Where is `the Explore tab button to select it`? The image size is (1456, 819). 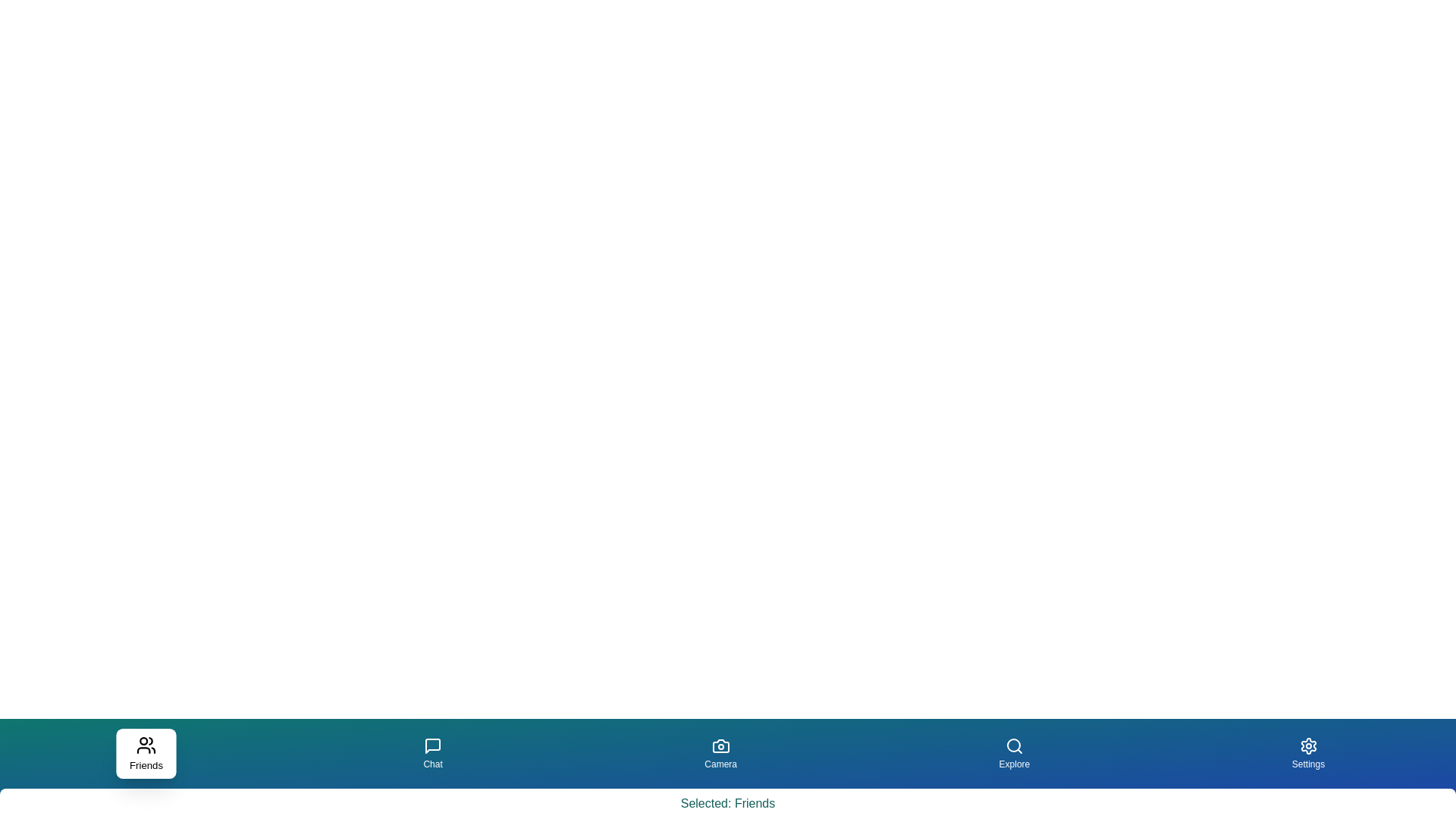 the Explore tab button to select it is located at coordinates (1014, 754).